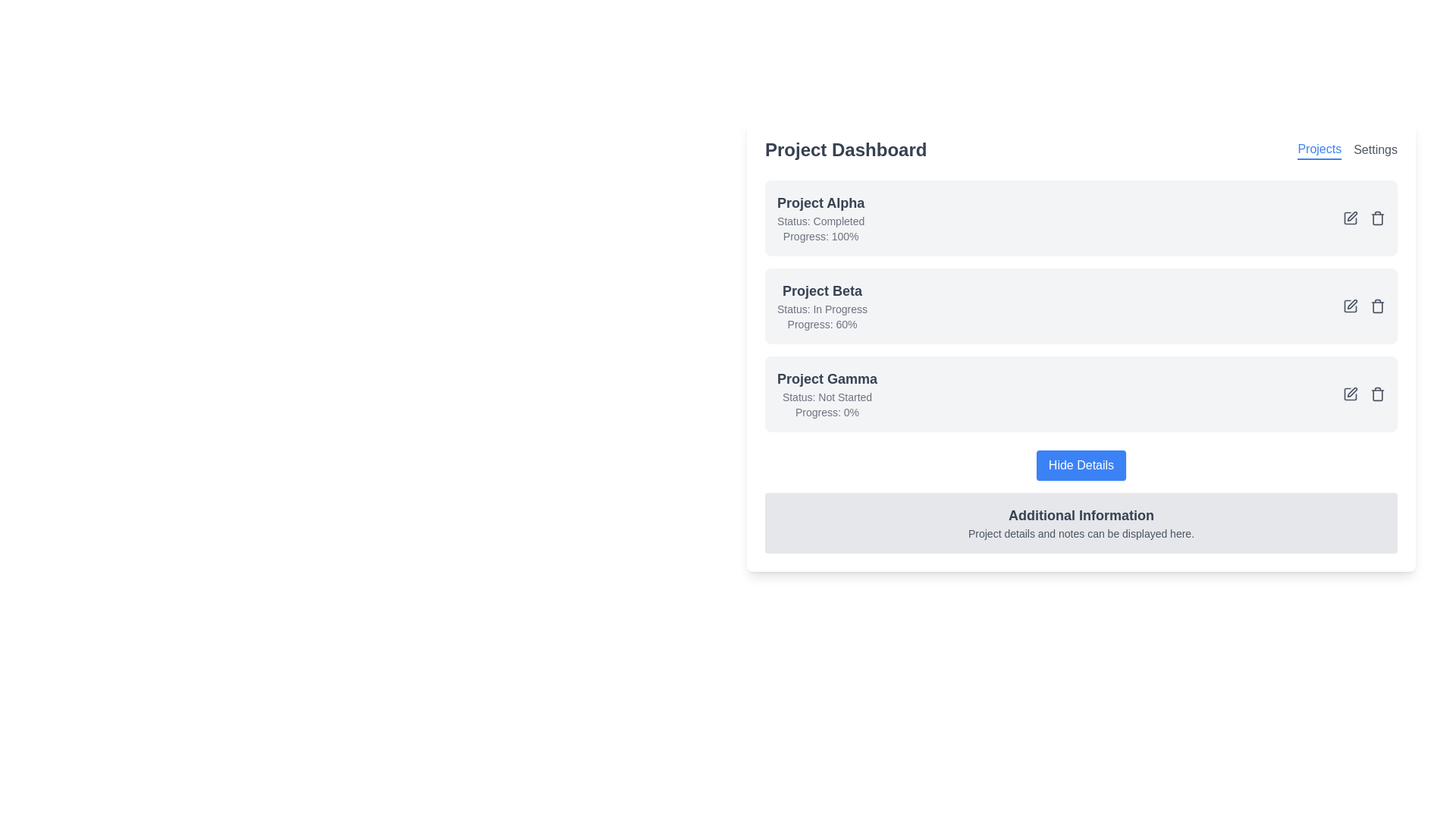 The width and height of the screenshot is (1456, 819). What do you see at coordinates (826, 412) in the screenshot?
I see `the text label indicating the progress percentage for 'Project Gamma', located below the 'Status: Not Started' line in the project summary box` at bounding box center [826, 412].